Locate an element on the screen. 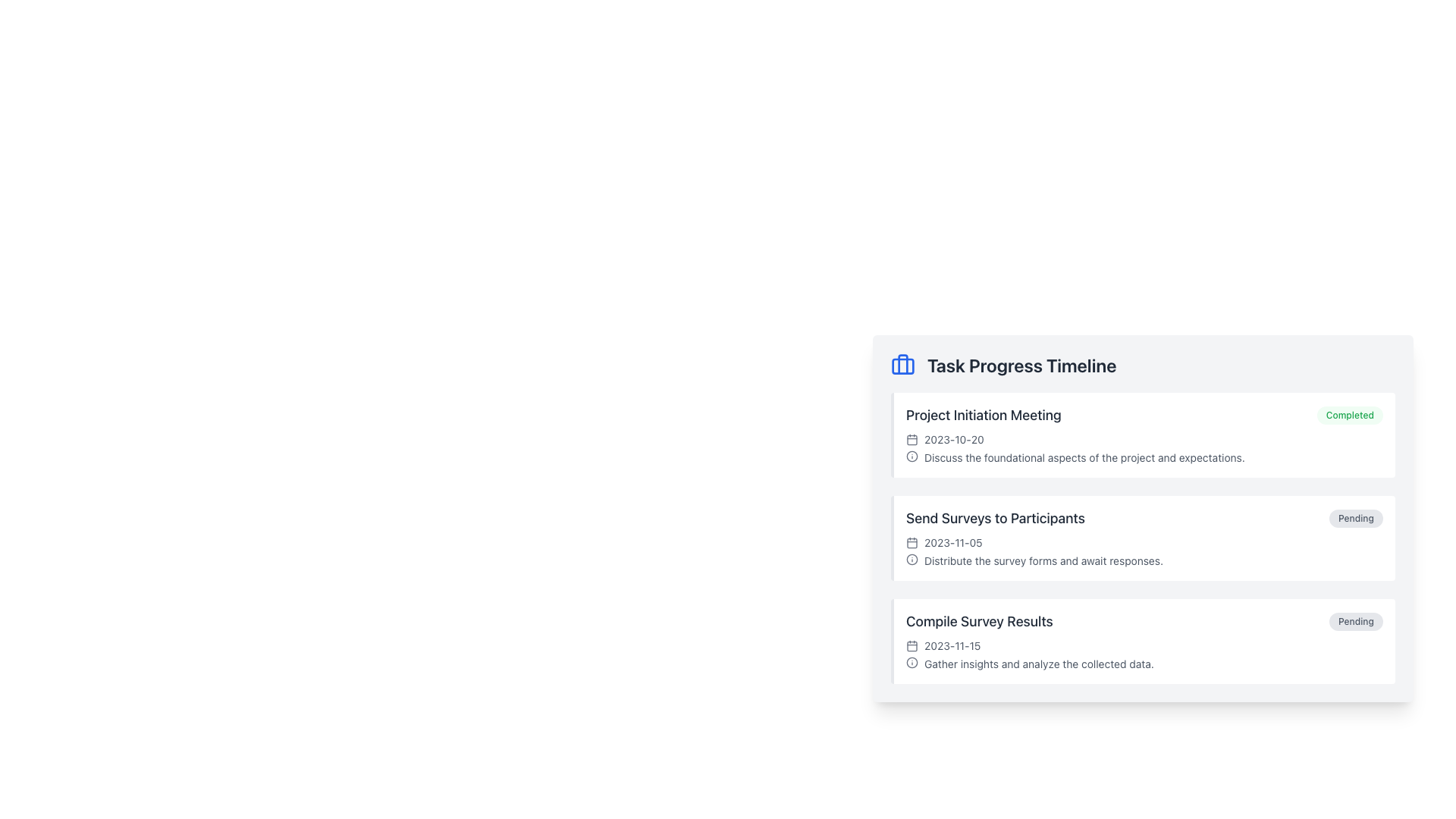 The width and height of the screenshot is (1456, 819). the text label that provides the title of a task in the 'Task Progress Timeline' interface, positioned above the task date '2023-11-15' and aligned to the left with a 'Pending' status is located at coordinates (979, 622).